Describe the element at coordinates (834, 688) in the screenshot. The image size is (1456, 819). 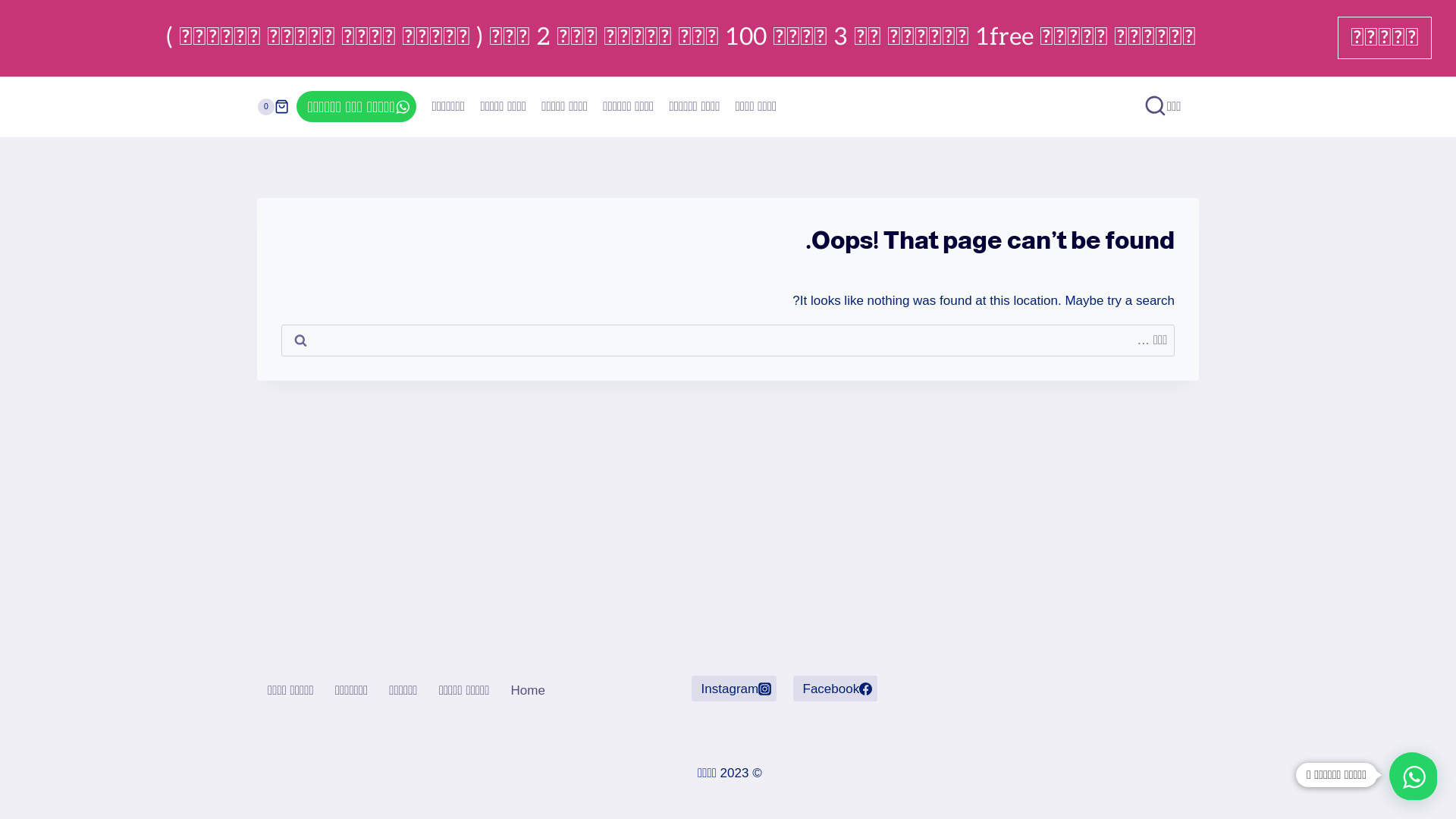
I see `'Facebook'` at that location.